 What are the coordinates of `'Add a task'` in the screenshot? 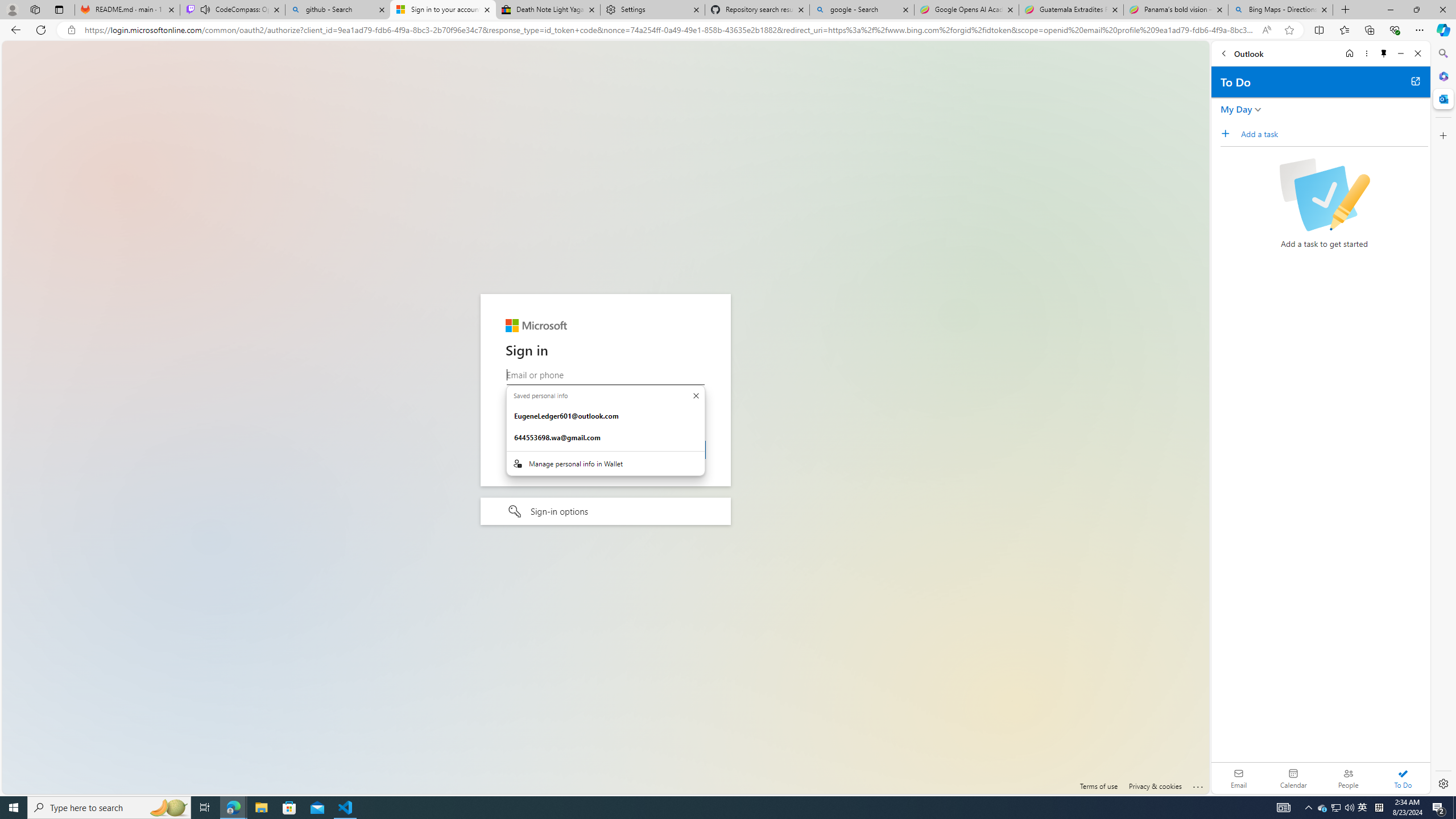 It's located at (1334, 133).